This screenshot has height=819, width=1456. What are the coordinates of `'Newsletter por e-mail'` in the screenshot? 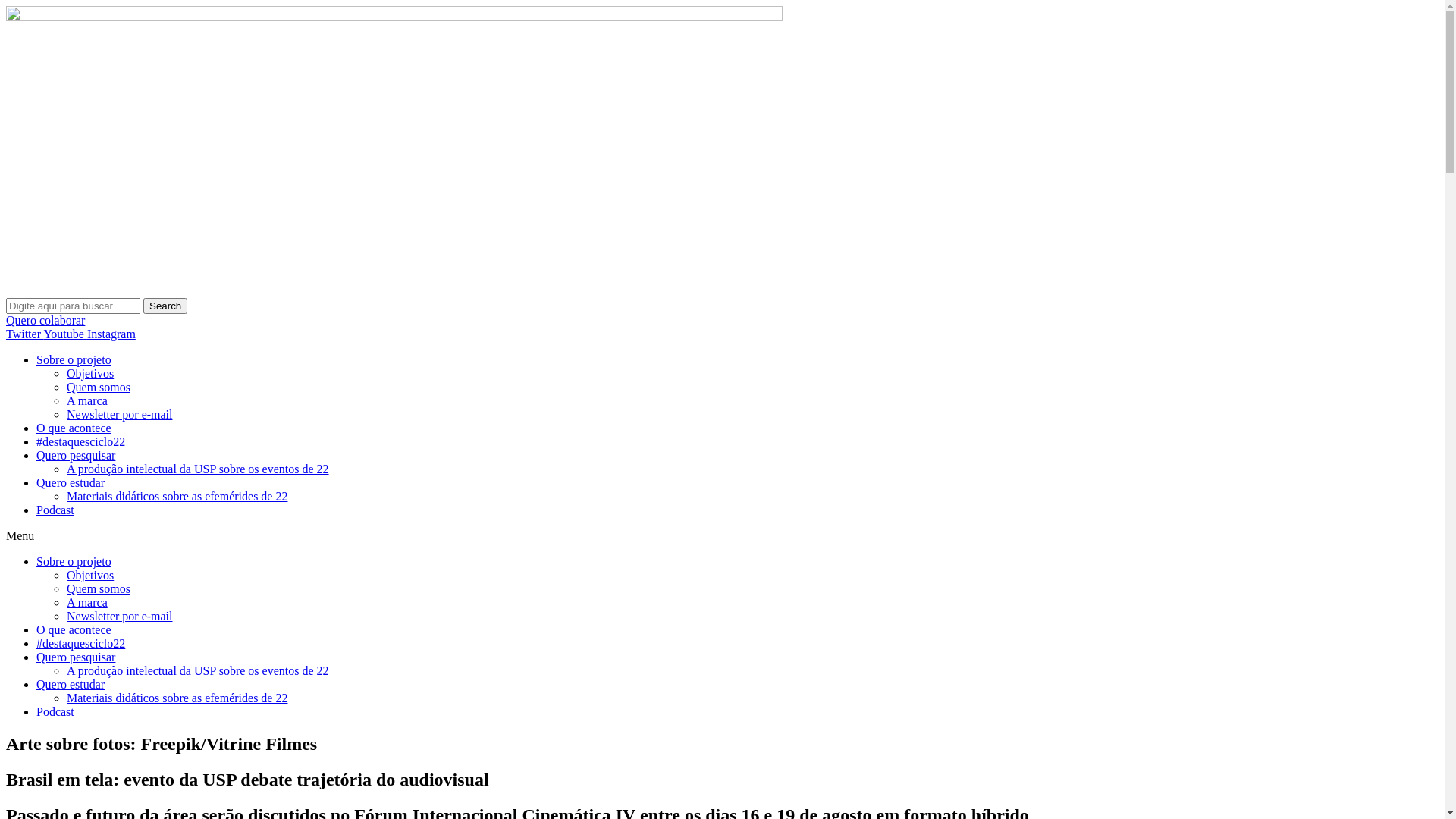 It's located at (65, 414).